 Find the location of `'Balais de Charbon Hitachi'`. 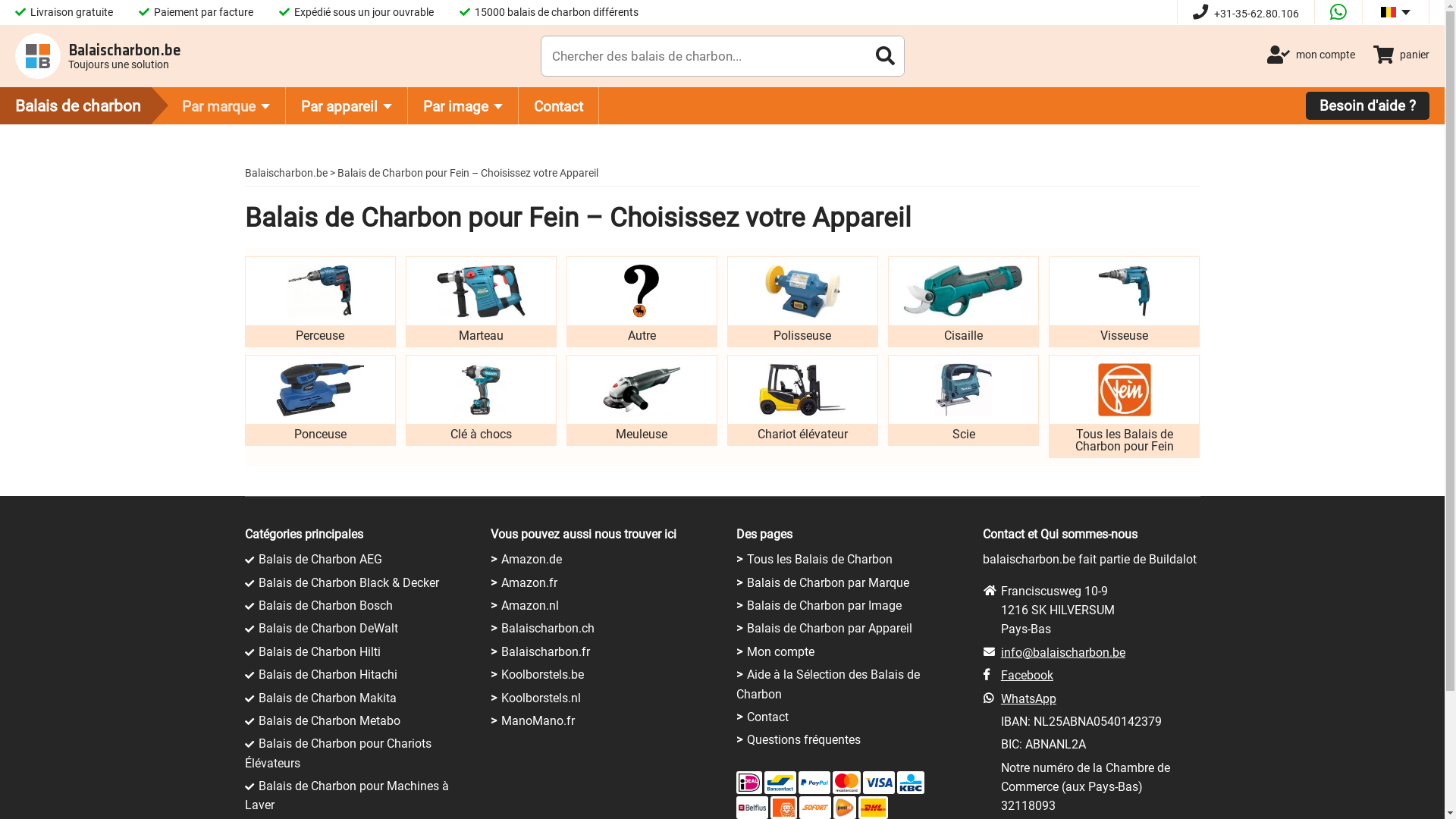

'Balais de Charbon Hitachi' is located at coordinates (258, 673).